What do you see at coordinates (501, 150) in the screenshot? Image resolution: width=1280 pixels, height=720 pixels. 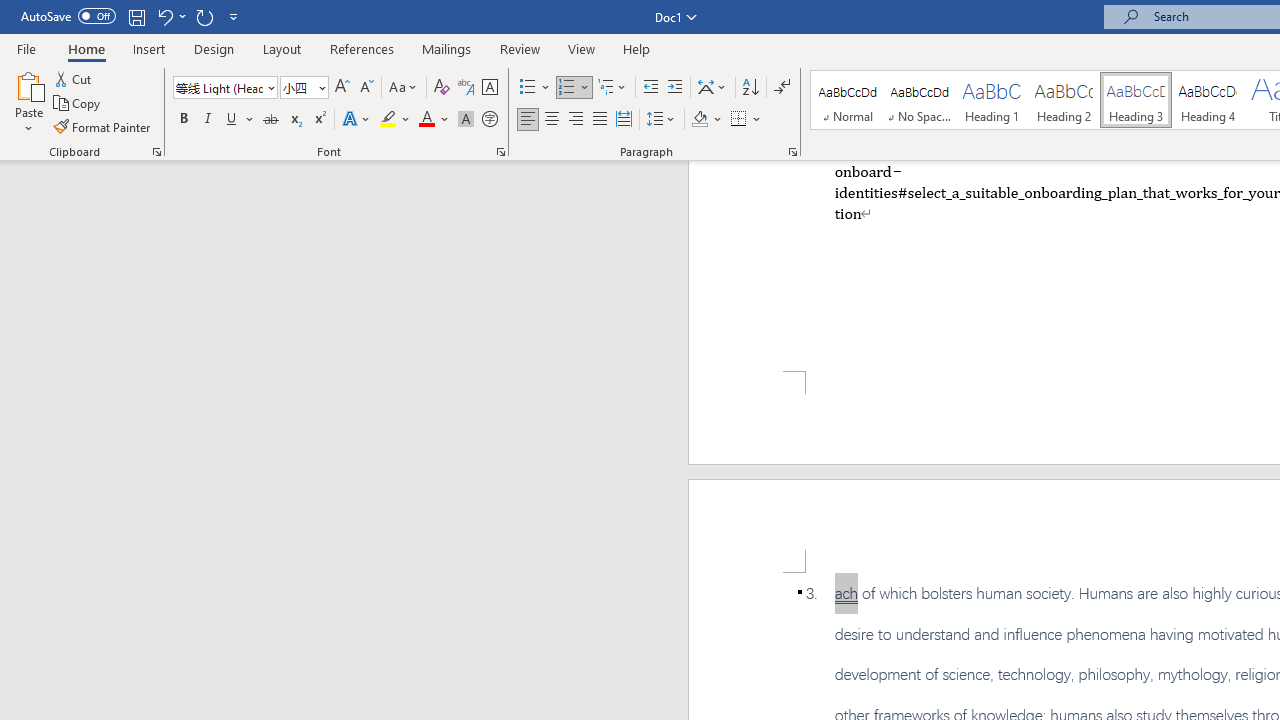 I see `'Font...'` at bounding box center [501, 150].